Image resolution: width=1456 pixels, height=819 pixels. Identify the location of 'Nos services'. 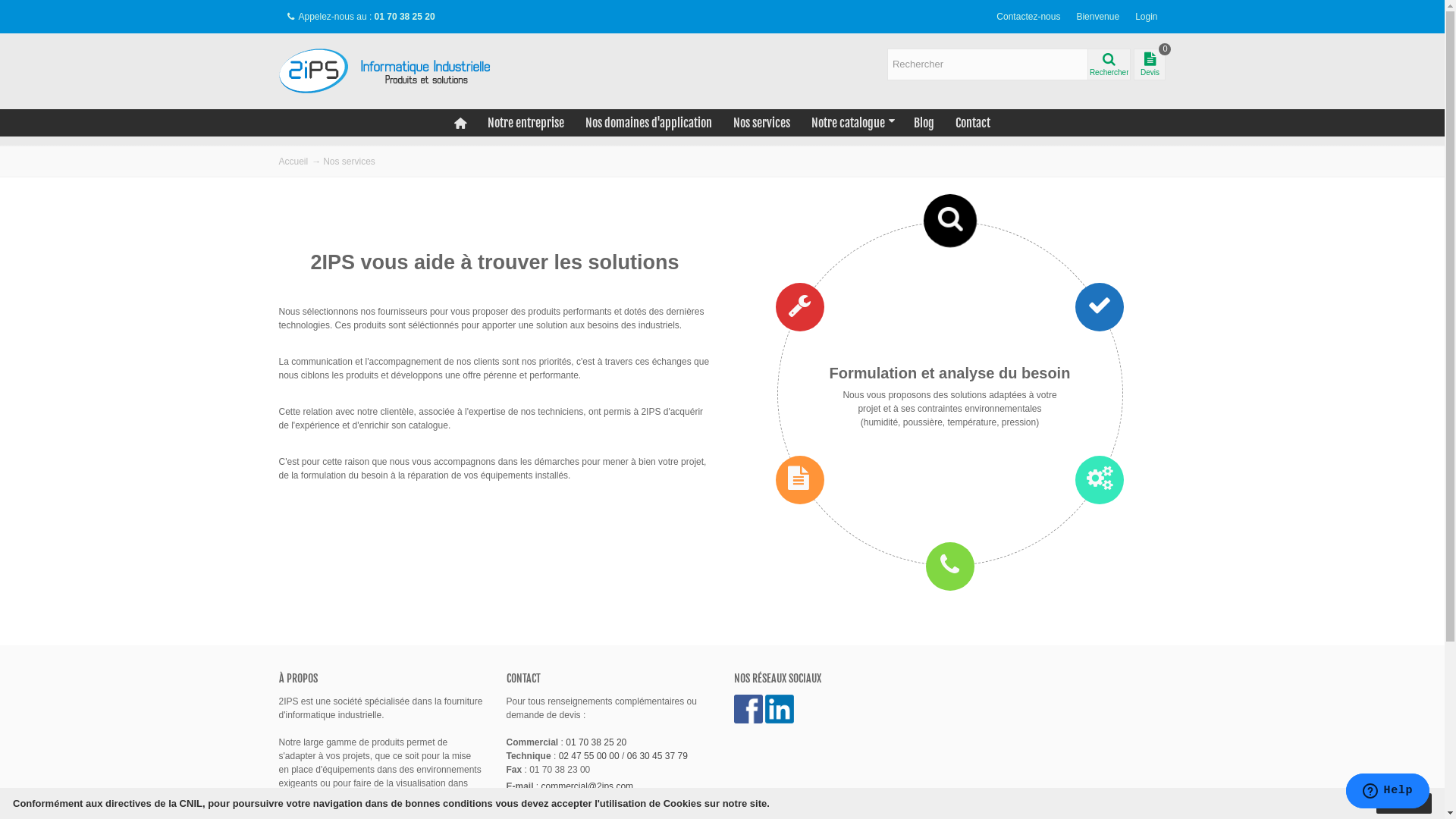
(761, 122).